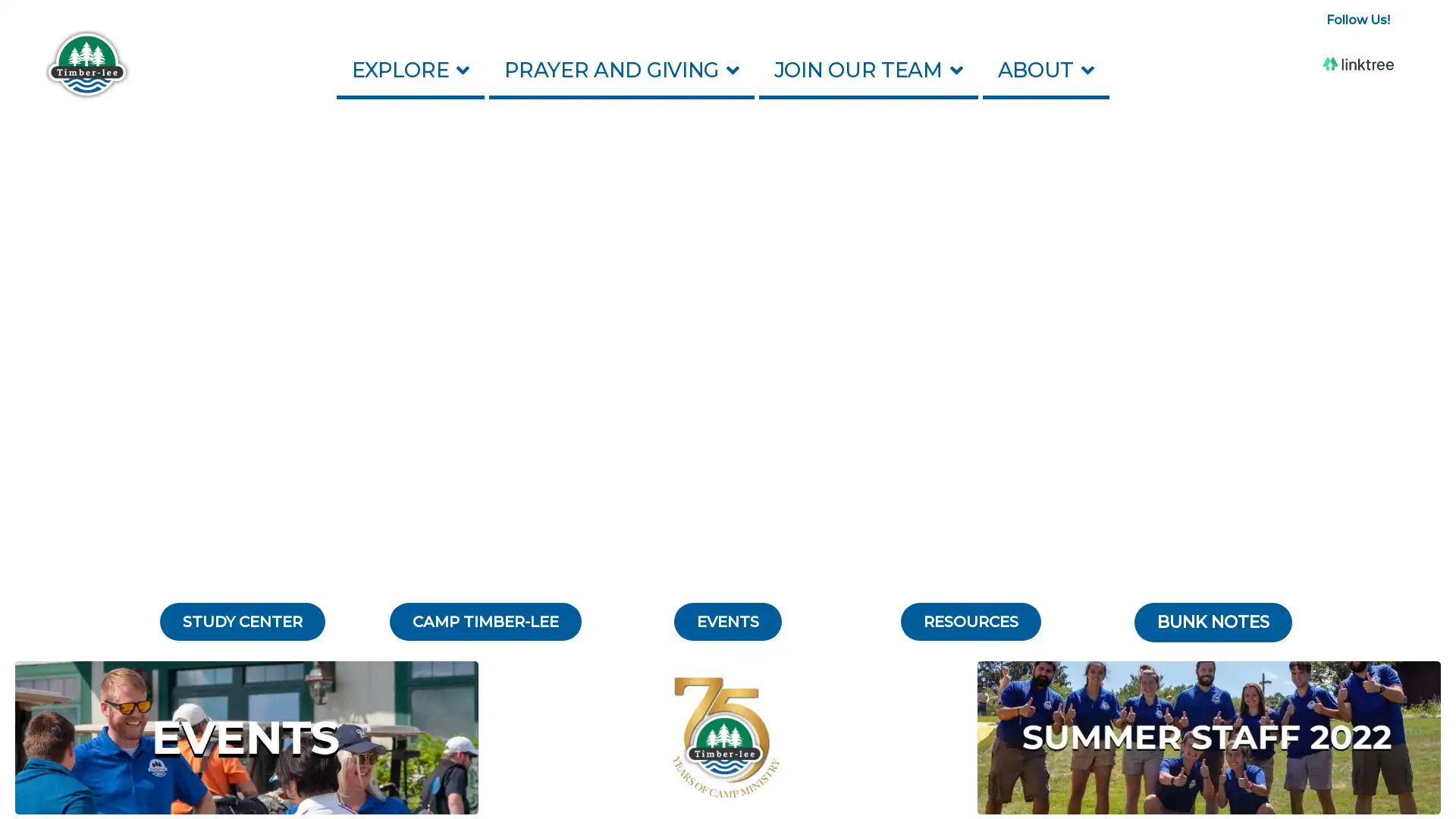  What do you see at coordinates (243, 622) in the screenshot?
I see `STUDY CENTER` at bounding box center [243, 622].